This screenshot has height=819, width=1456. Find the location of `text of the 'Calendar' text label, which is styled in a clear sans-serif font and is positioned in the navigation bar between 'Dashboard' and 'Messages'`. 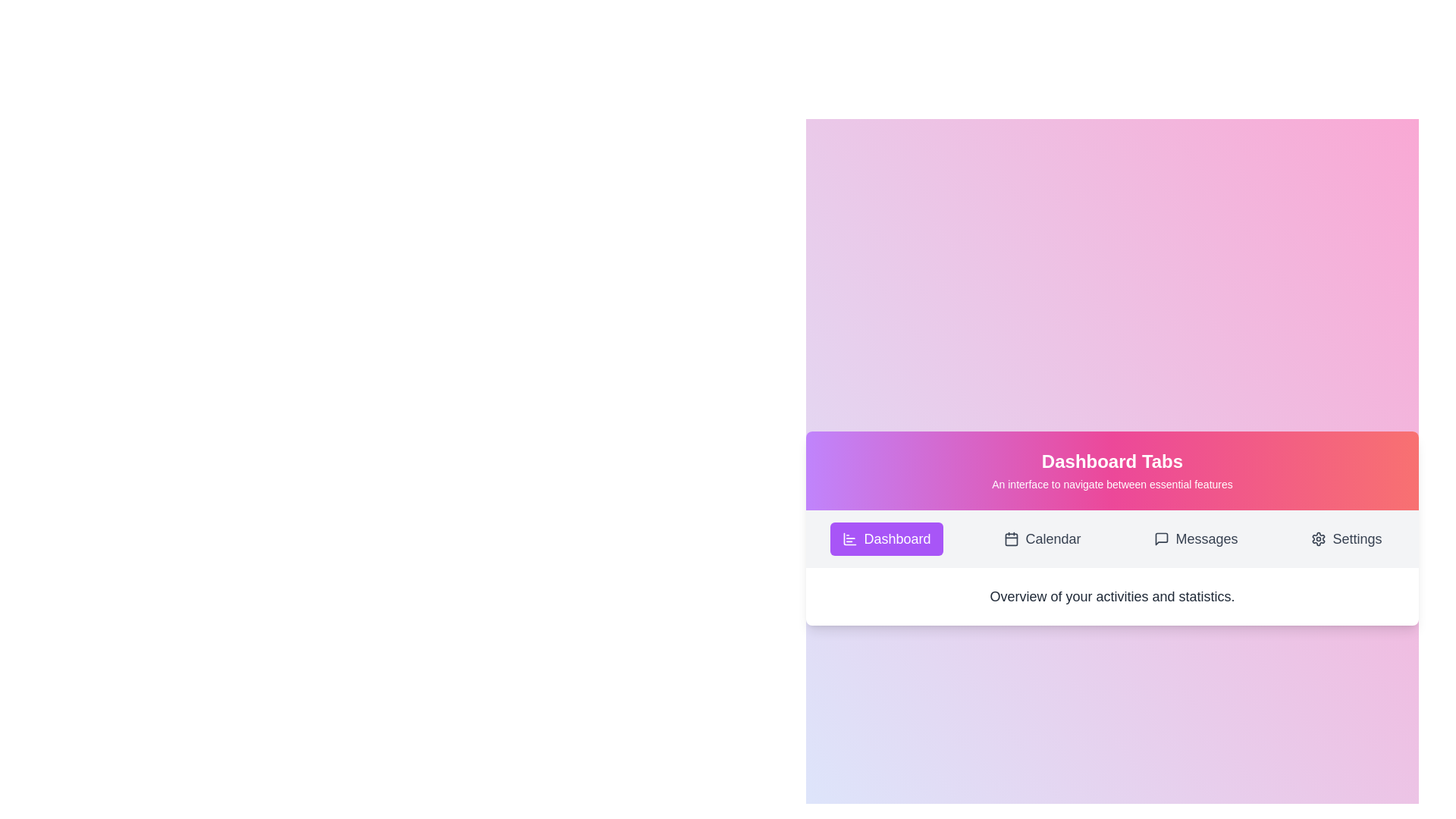

text of the 'Calendar' text label, which is styled in a clear sans-serif font and is positioned in the navigation bar between 'Dashboard' and 'Messages' is located at coordinates (1052, 538).